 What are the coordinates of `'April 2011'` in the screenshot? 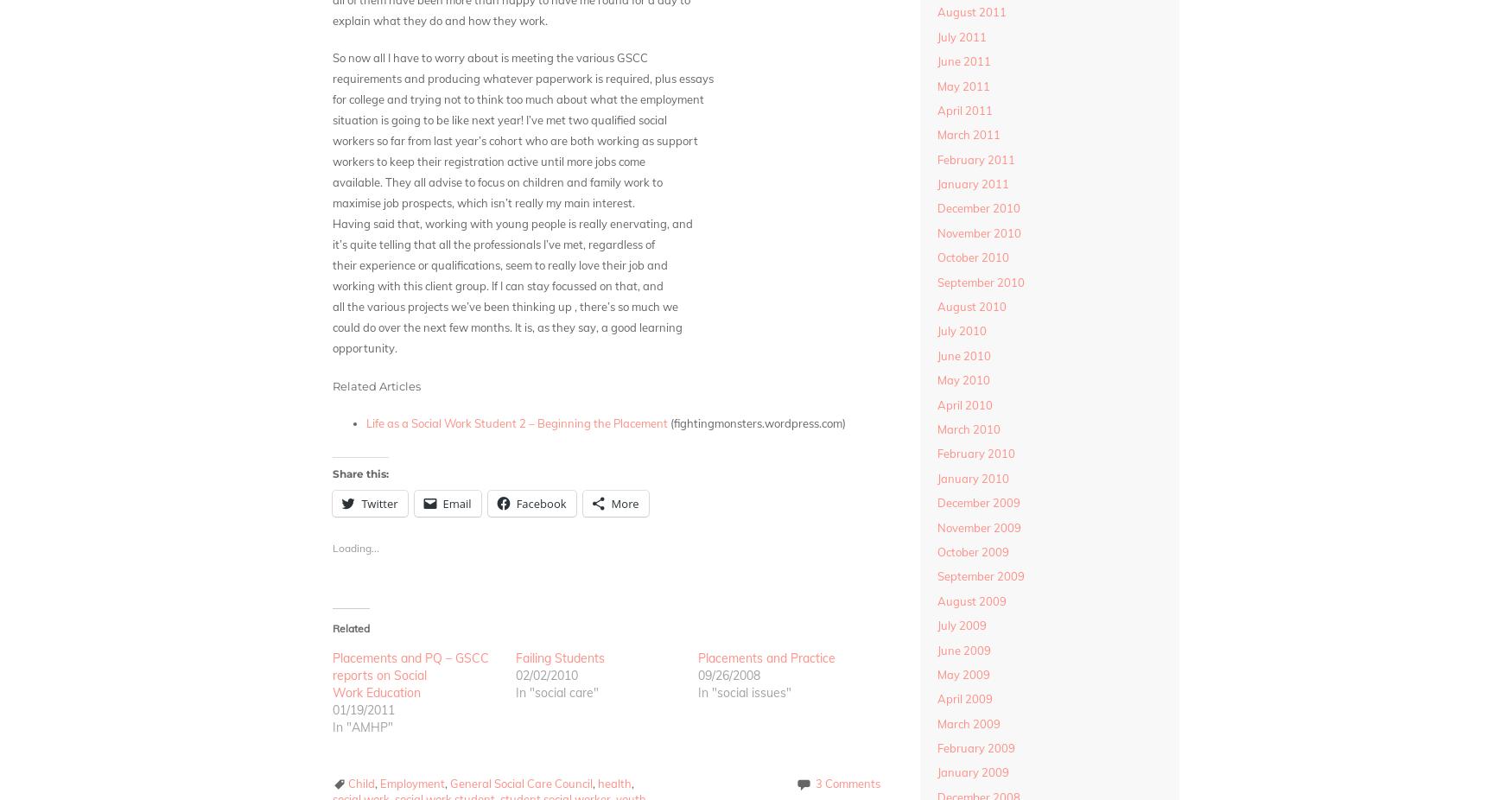 It's located at (963, 108).